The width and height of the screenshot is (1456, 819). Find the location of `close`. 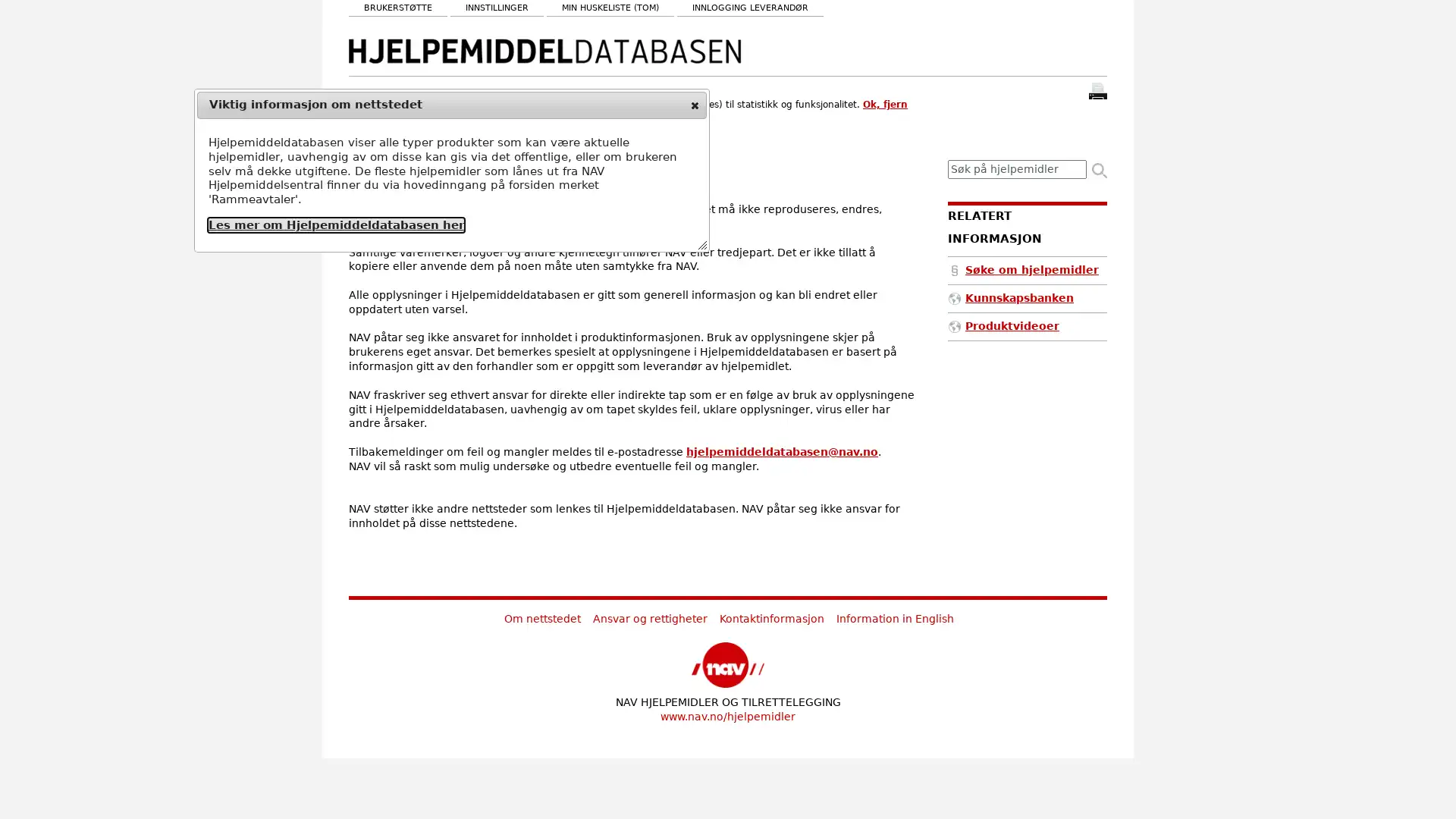

close is located at coordinates (693, 104).